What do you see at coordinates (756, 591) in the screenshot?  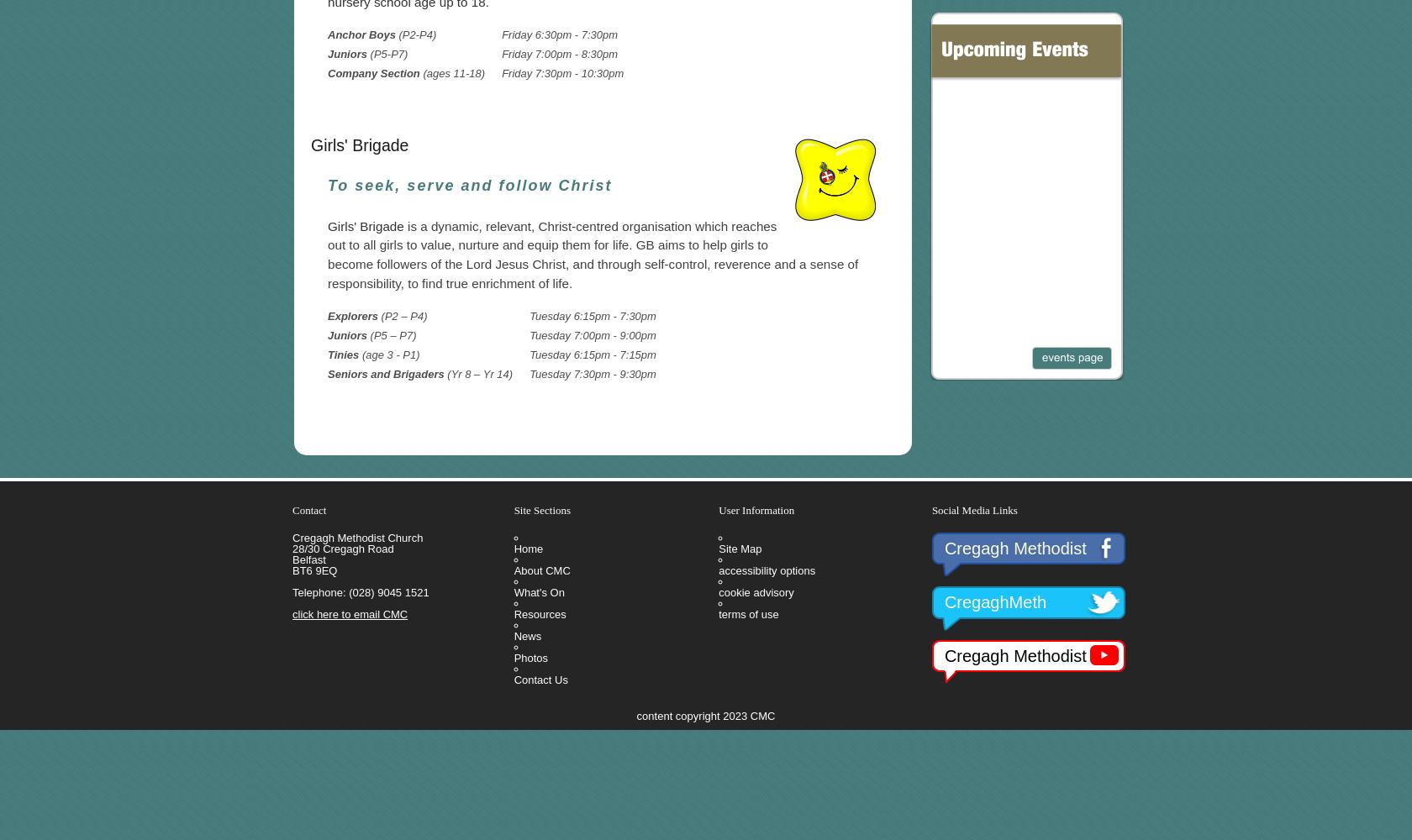 I see `'cookie advisory'` at bounding box center [756, 591].